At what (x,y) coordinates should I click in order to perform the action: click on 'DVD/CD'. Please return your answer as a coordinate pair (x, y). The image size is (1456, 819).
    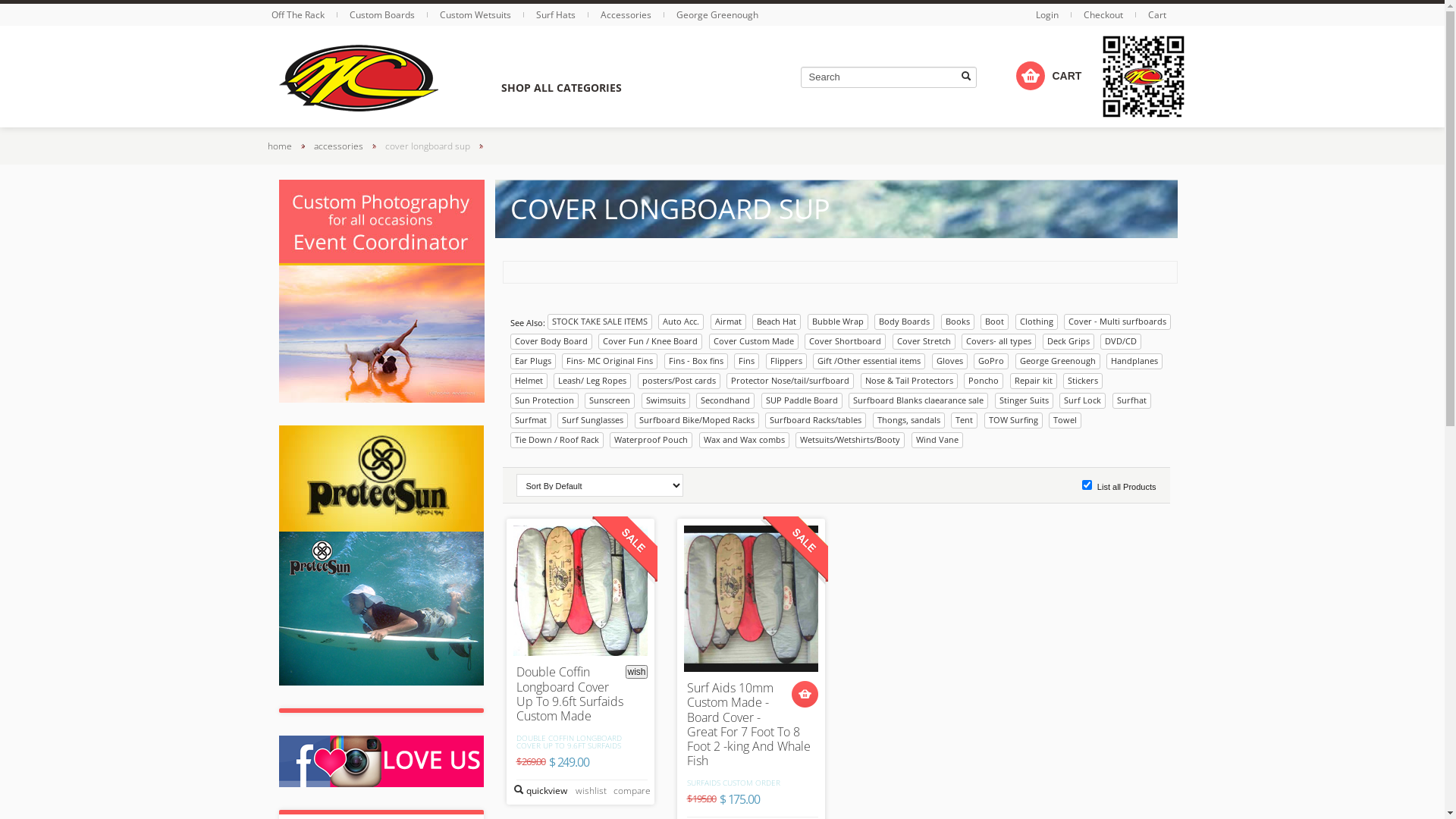
    Looking at the image, I should click on (1121, 341).